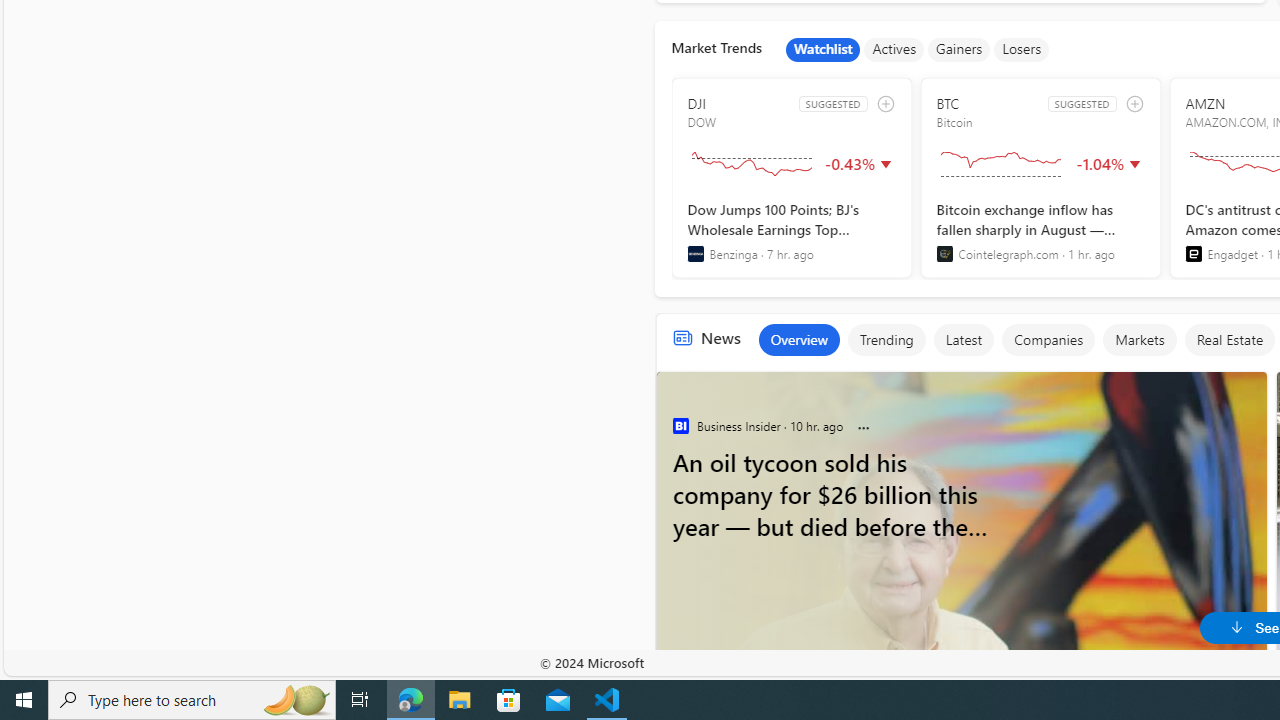 Image resolution: width=1280 pixels, height=720 pixels. What do you see at coordinates (943, 253) in the screenshot?
I see `'Cointelegraph.com'` at bounding box center [943, 253].